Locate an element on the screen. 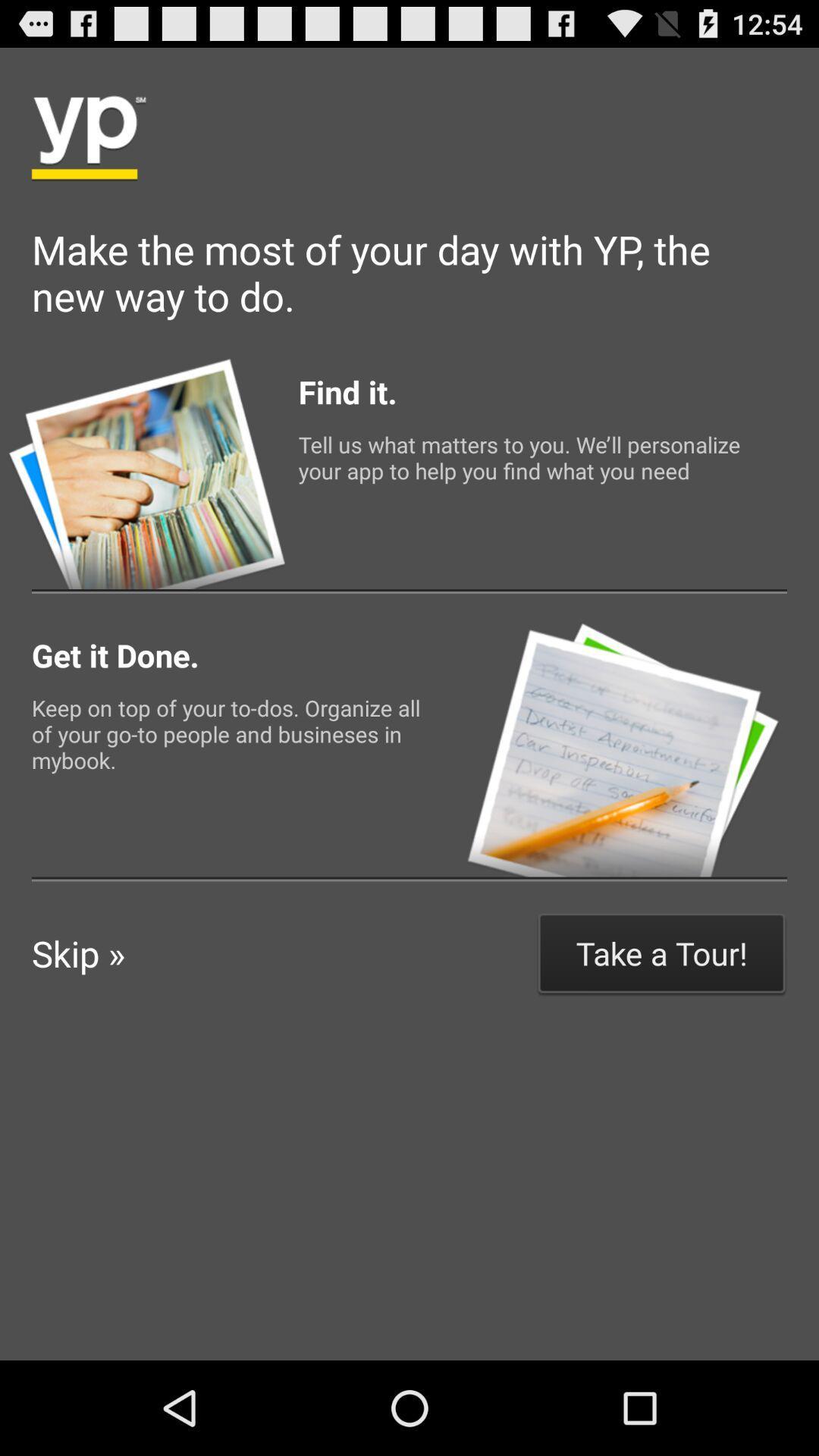 The image size is (819, 1456). take a tour! icon is located at coordinates (661, 952).